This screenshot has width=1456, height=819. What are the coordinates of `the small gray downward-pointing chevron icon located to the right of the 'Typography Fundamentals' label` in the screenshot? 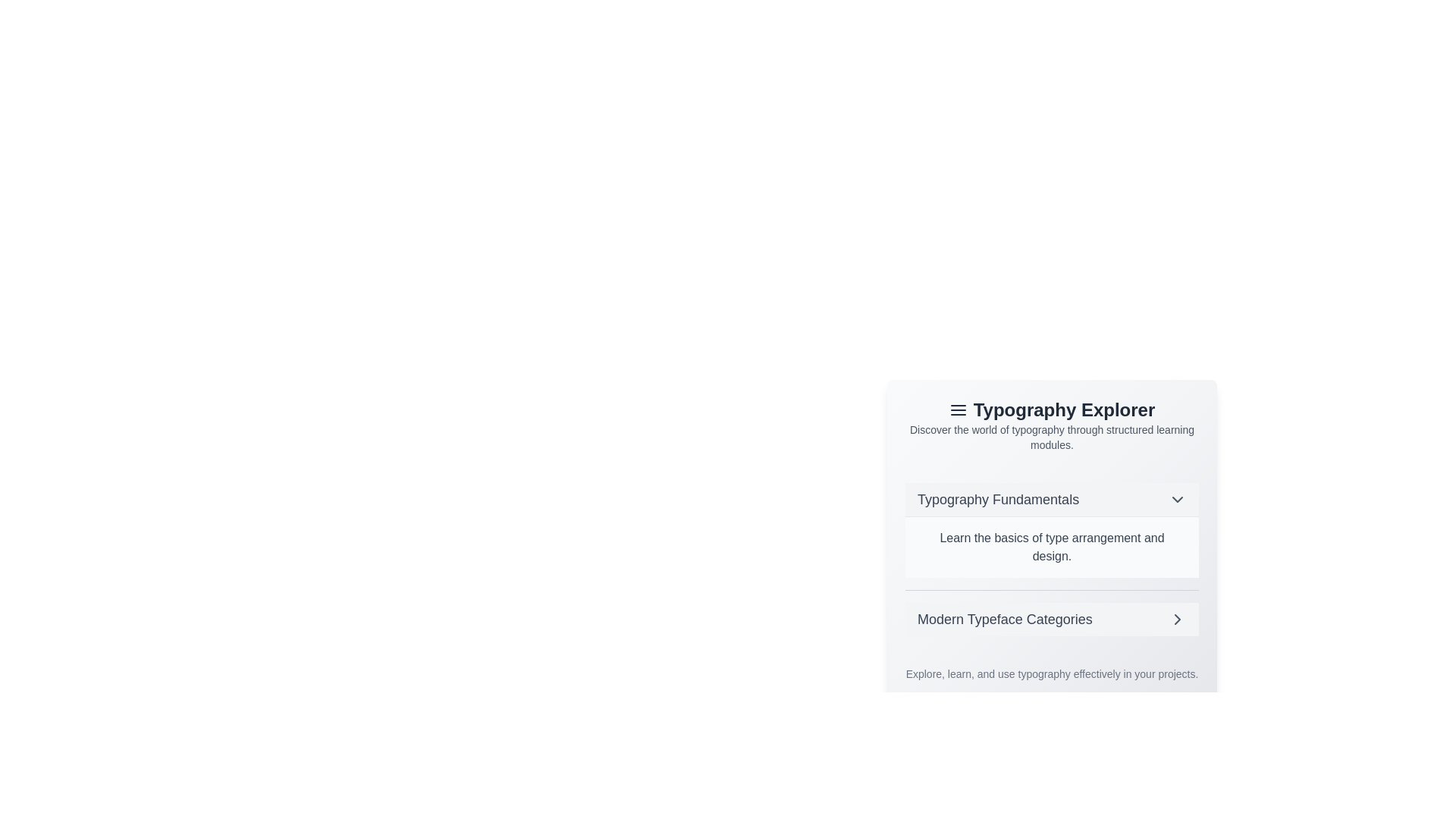 It's located at (1177, 500).